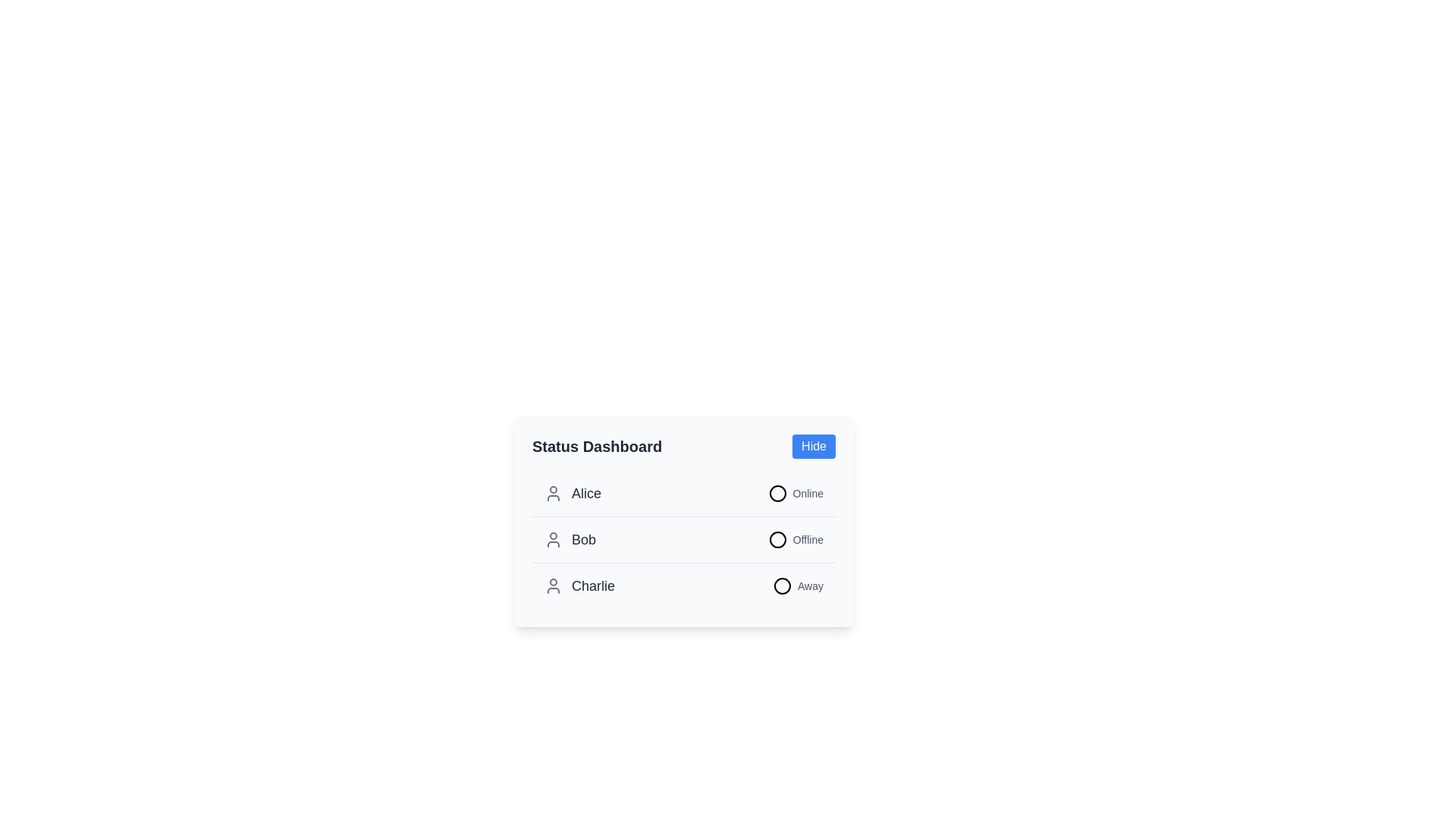  Describe the element at coordinates (795, 494) in the screenshot. I see `the status indication by clicking on the circular green status indicator next to the text 'Online' for the user 'Alice' in the 'Status Dashboard'` at that location.